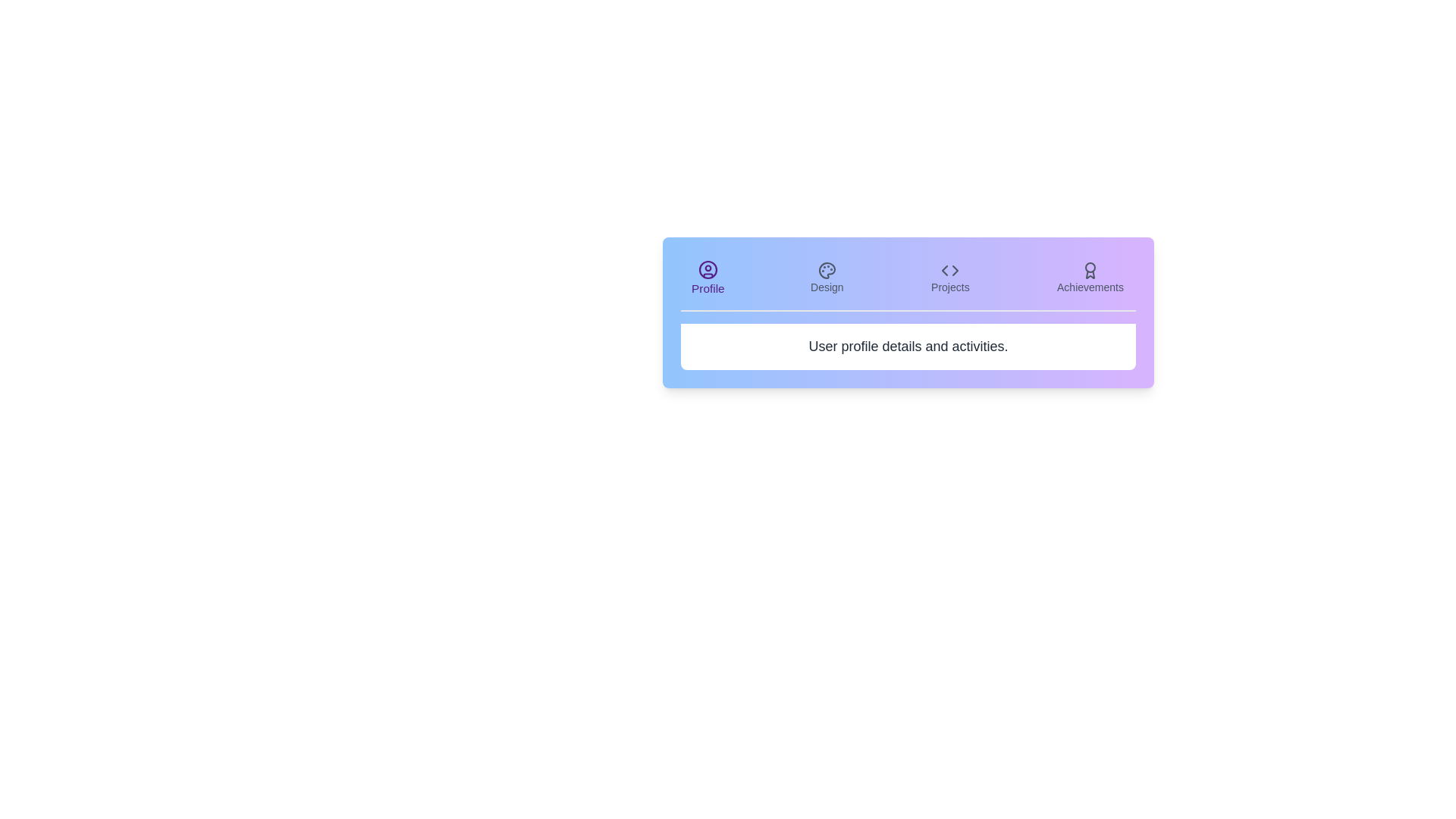  What do you see at coordinates (1090, 278) in the screenshot?
I see `the tab labeled Achievements to view its content` at bounding box center [1090, 278].